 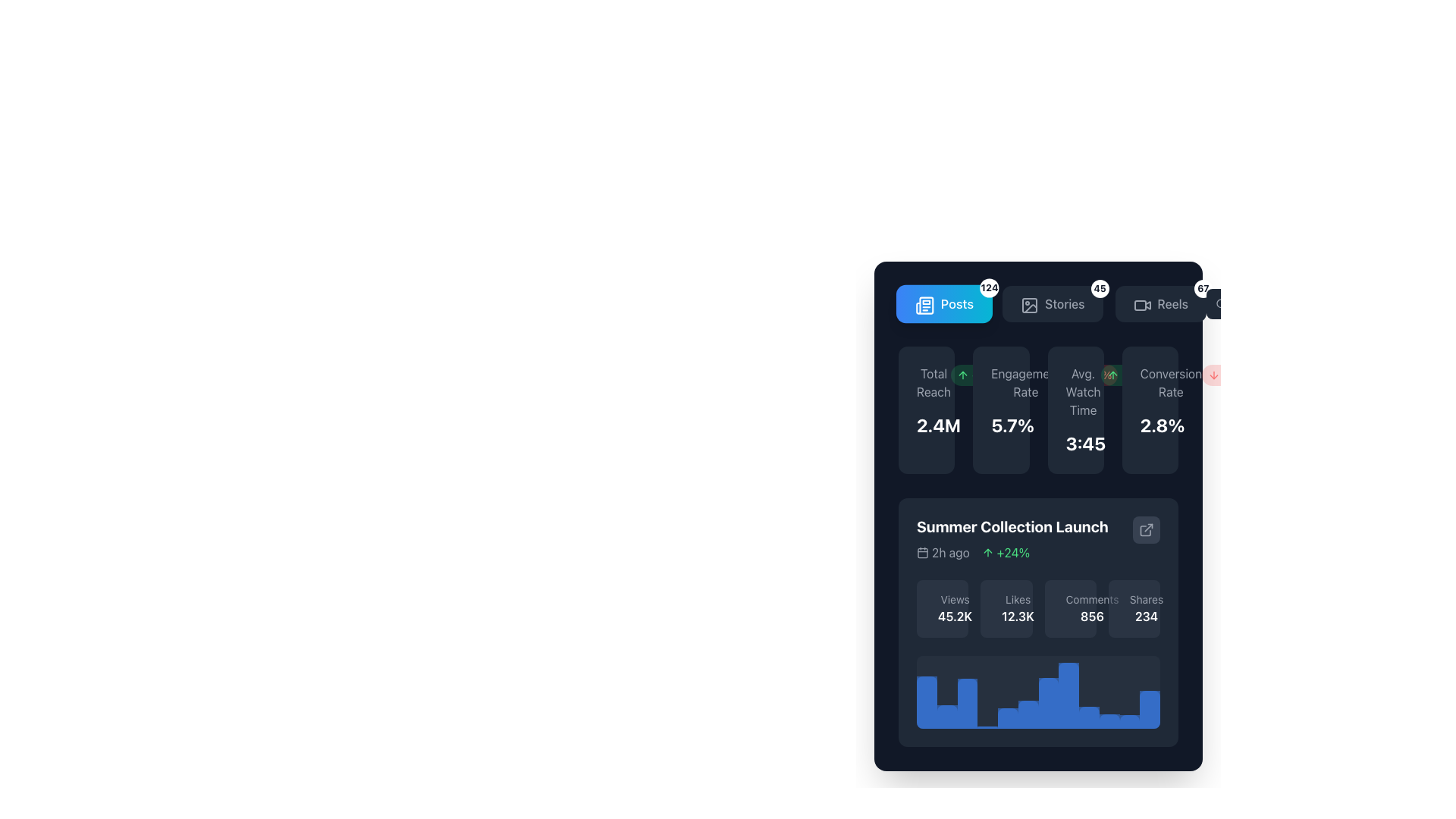 What do you see at coordinates (1028, 714) in the screenshot?
I see `the sixth vertical bar in the bar chart, which is part of the 'Summer Collection Launch' card and is represented by a blue rectangle with rounded top edges` at bounding box center [1028, 714].